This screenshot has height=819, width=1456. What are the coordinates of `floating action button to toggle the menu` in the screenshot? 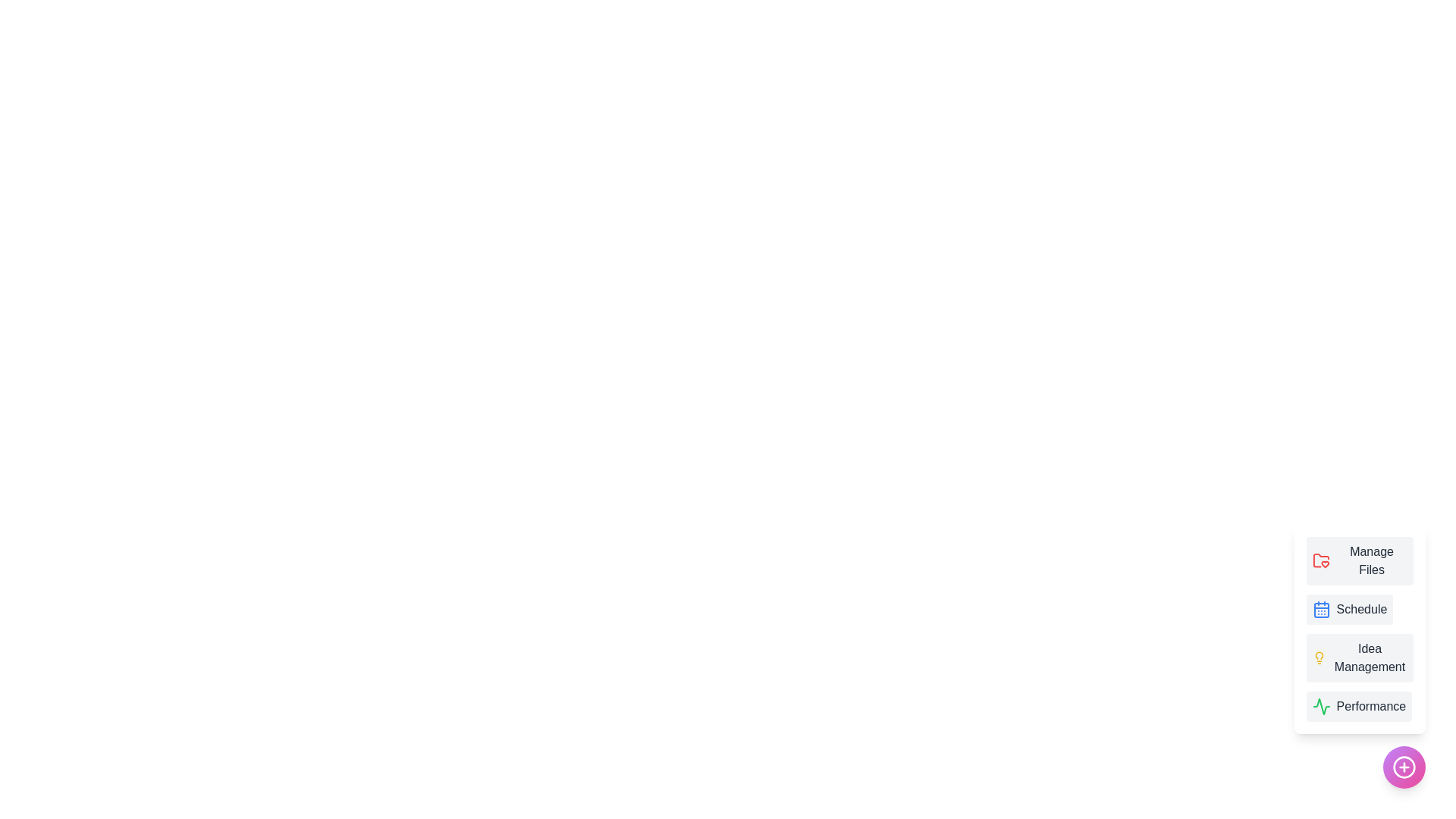 It's located at (1404, 767).